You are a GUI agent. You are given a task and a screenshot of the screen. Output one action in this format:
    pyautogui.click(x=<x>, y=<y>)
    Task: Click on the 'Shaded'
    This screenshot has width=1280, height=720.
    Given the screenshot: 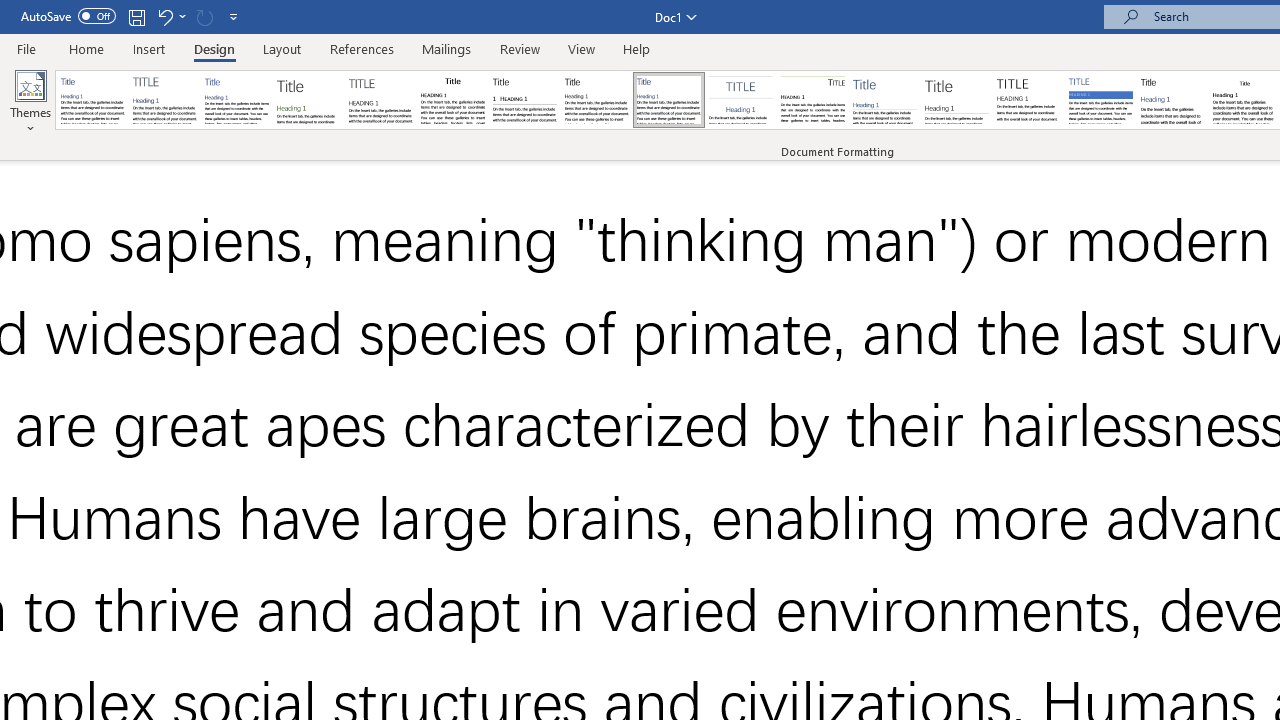 What is the action you would take?
    pyautogui.click(x=1099, y=100)
    